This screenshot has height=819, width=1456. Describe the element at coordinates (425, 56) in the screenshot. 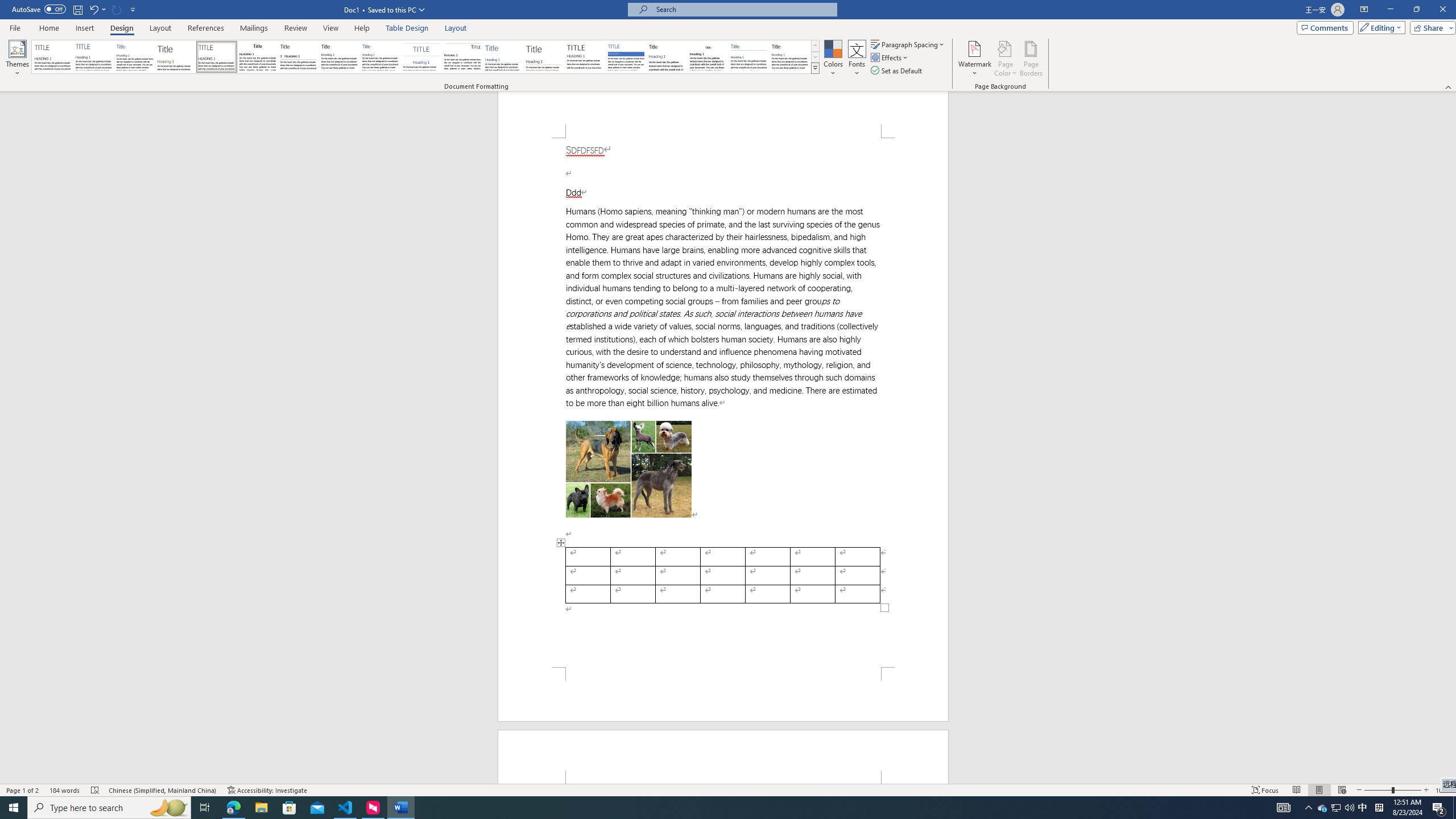

I see `'AutomationID: QuickStylesSets'` at that location.